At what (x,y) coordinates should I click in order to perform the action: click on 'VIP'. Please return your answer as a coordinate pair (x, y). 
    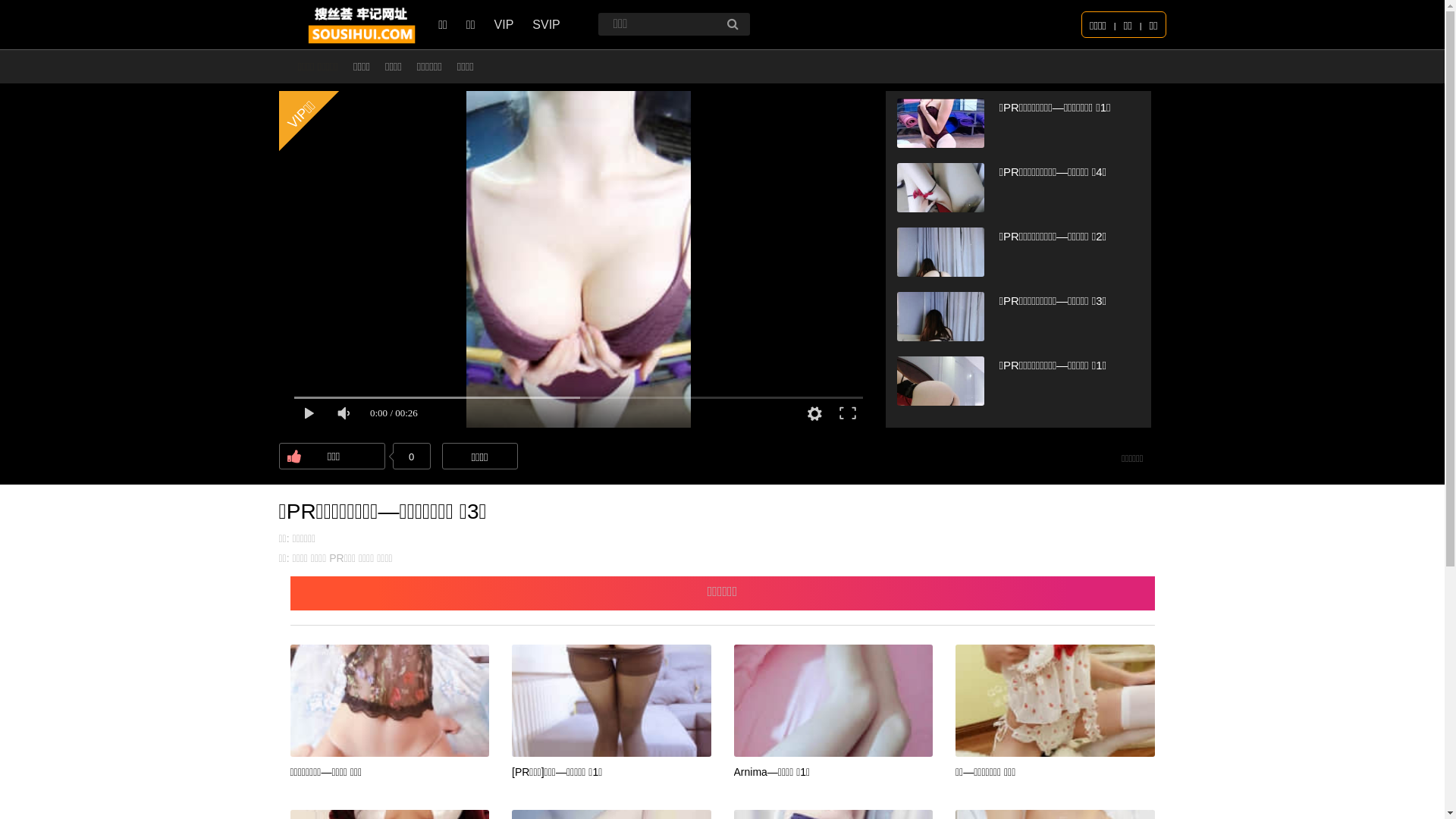
    Looking at the image, I should click on (494, 24).